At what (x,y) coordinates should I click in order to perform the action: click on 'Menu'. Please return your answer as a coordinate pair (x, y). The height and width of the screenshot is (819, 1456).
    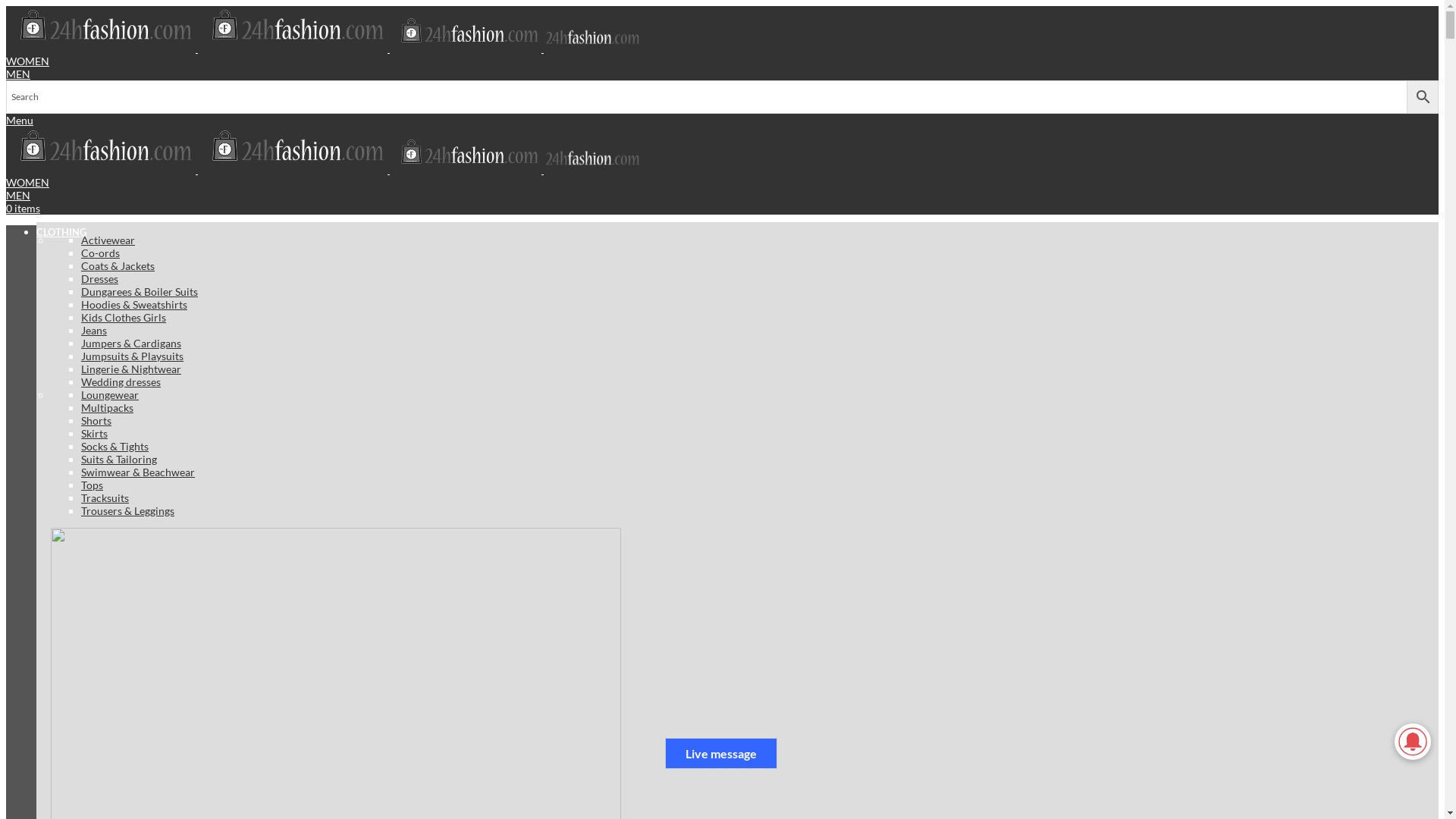
    Looking at the image, I should click on (19, 119).